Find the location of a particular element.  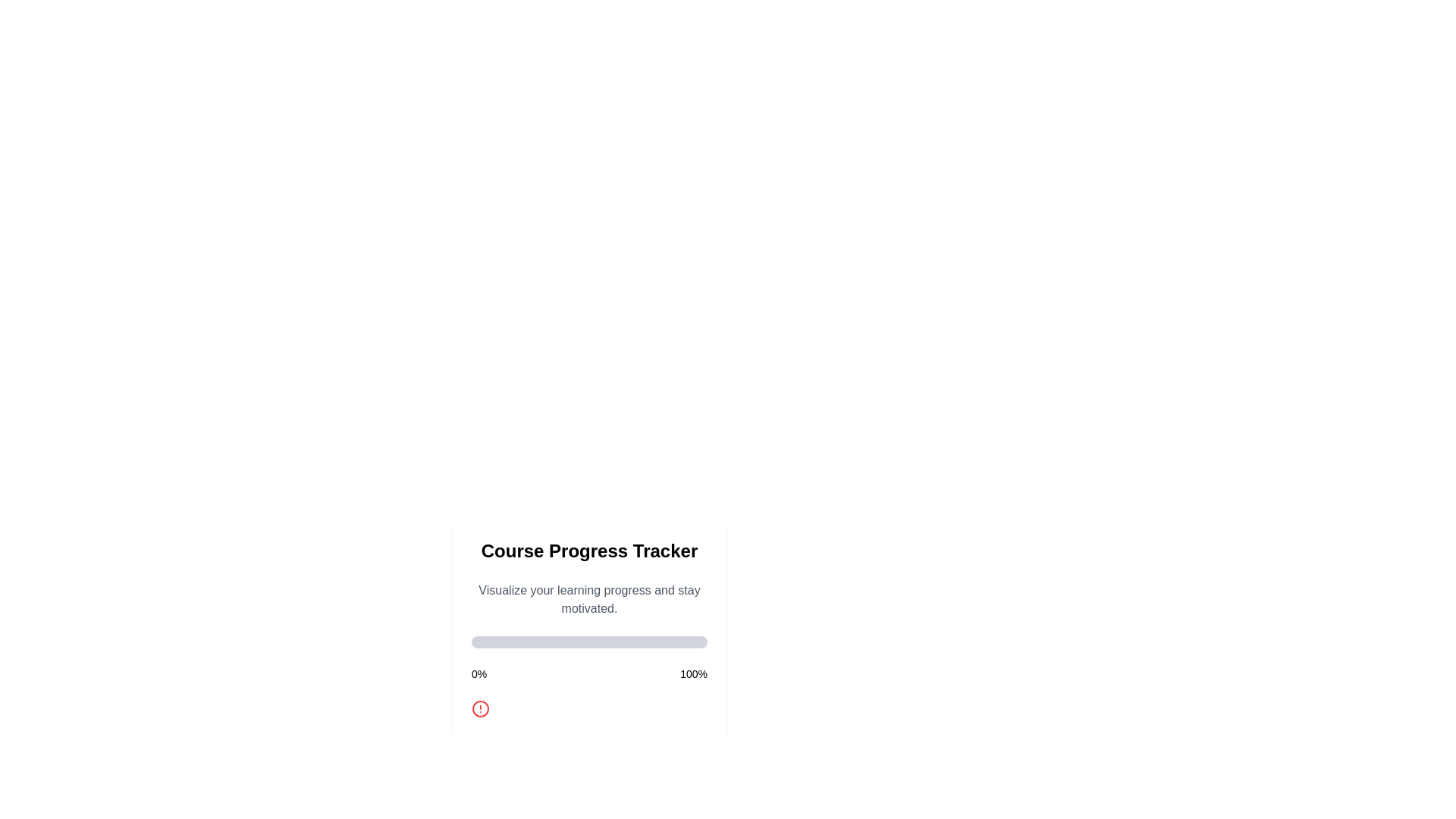

the central circular part of the alert icon located in the 'Course Progress Tracker' section, below the progress bar and between the labels for 0% and 100% is located at coordinates (479, 708).